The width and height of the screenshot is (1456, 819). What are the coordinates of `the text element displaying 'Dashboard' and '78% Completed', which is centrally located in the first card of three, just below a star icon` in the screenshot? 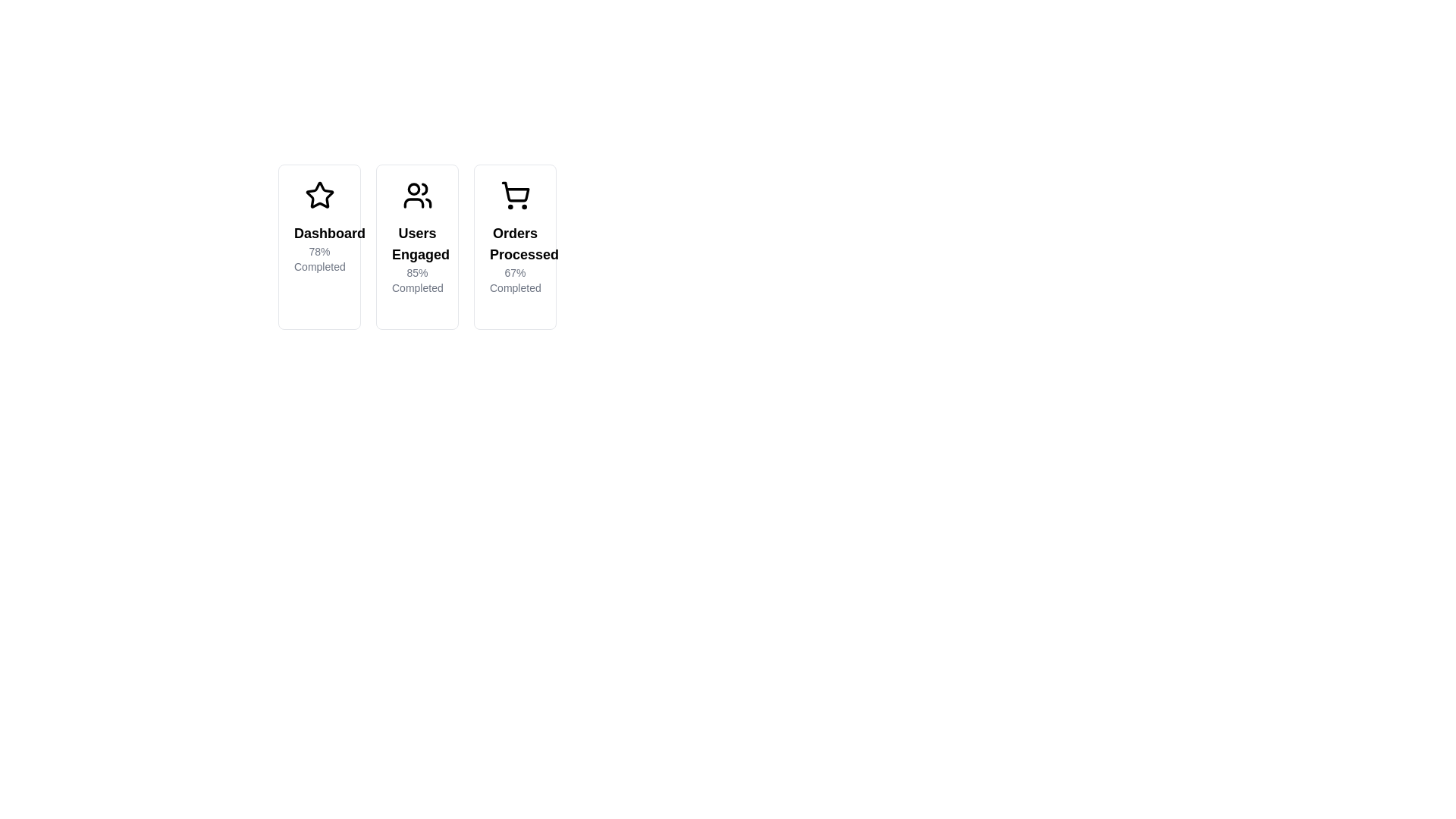 It's located at (318, 247).